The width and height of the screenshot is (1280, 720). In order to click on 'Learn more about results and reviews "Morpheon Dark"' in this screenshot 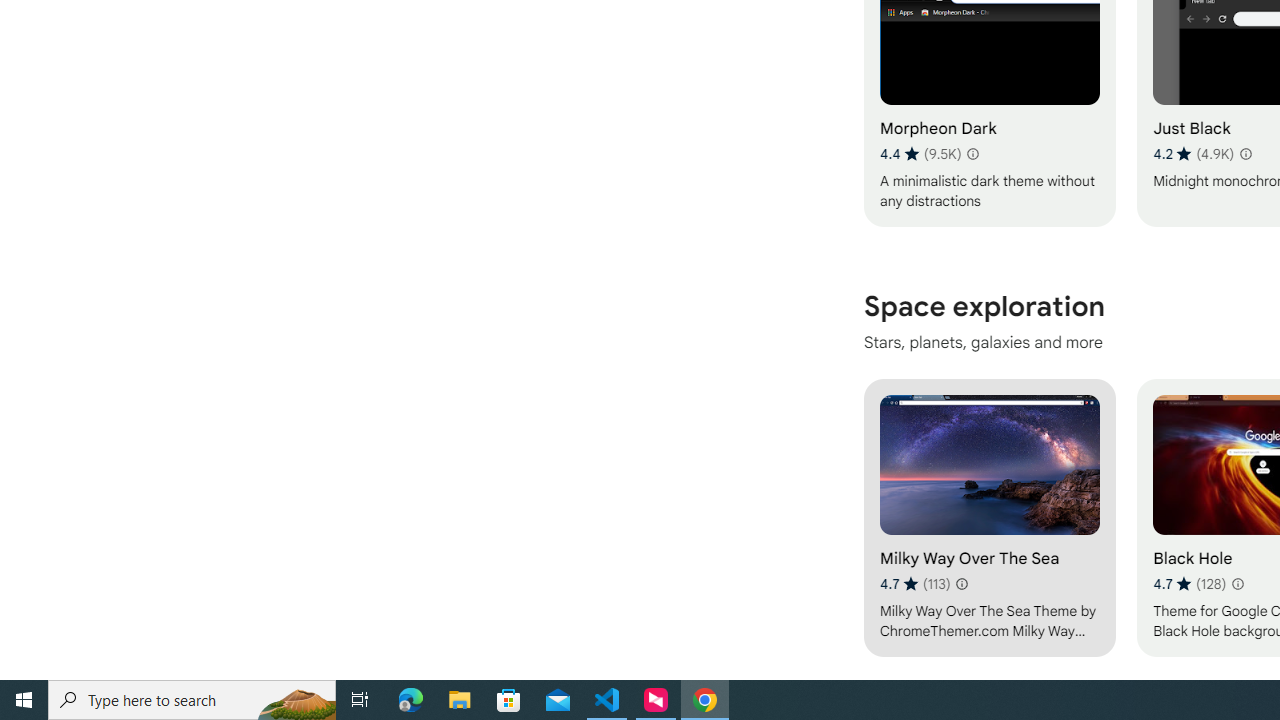, I will do `click(972, 153)`.